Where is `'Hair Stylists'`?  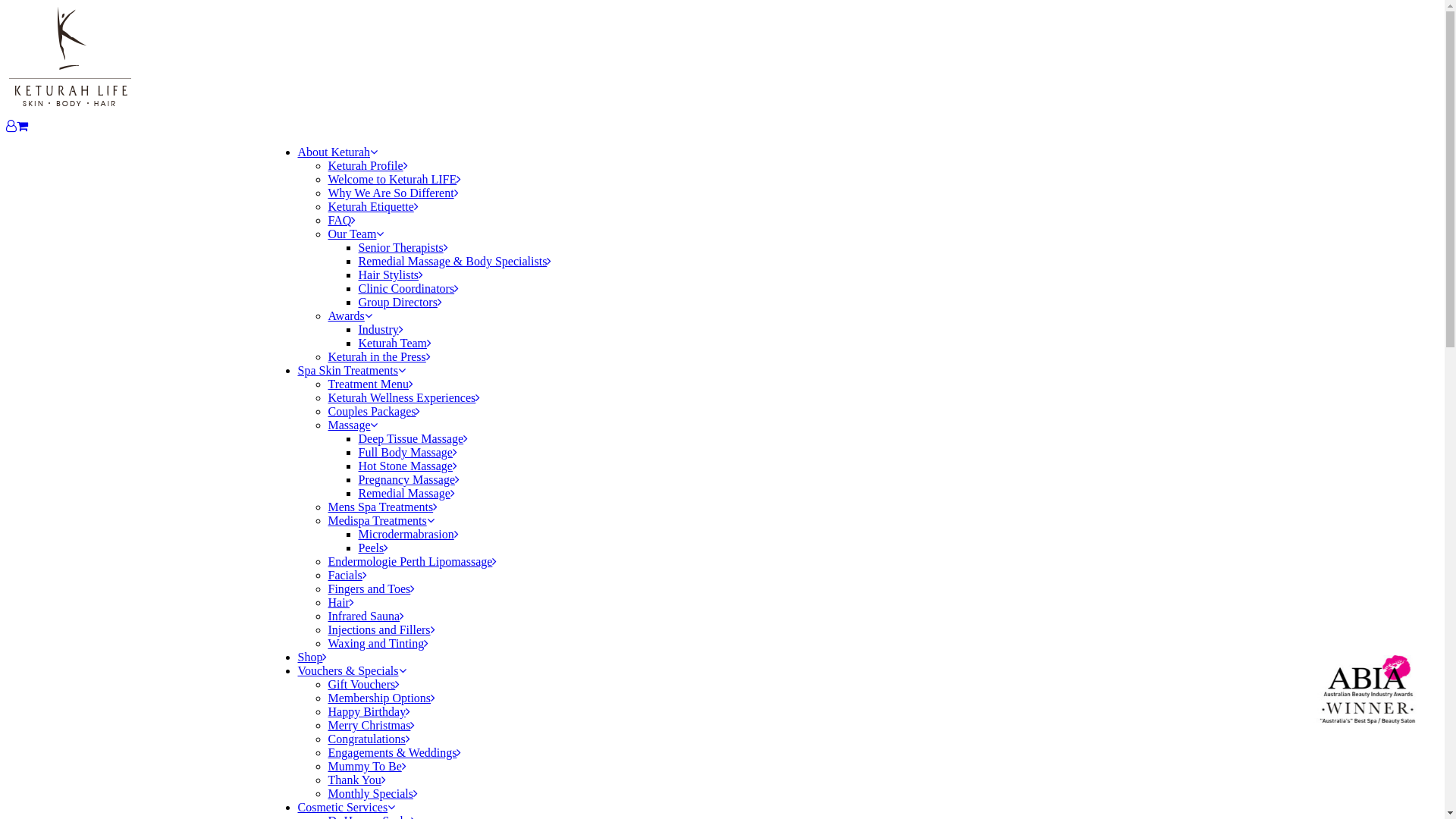 'Hair Stylists' is located at coordinates (390, 275).